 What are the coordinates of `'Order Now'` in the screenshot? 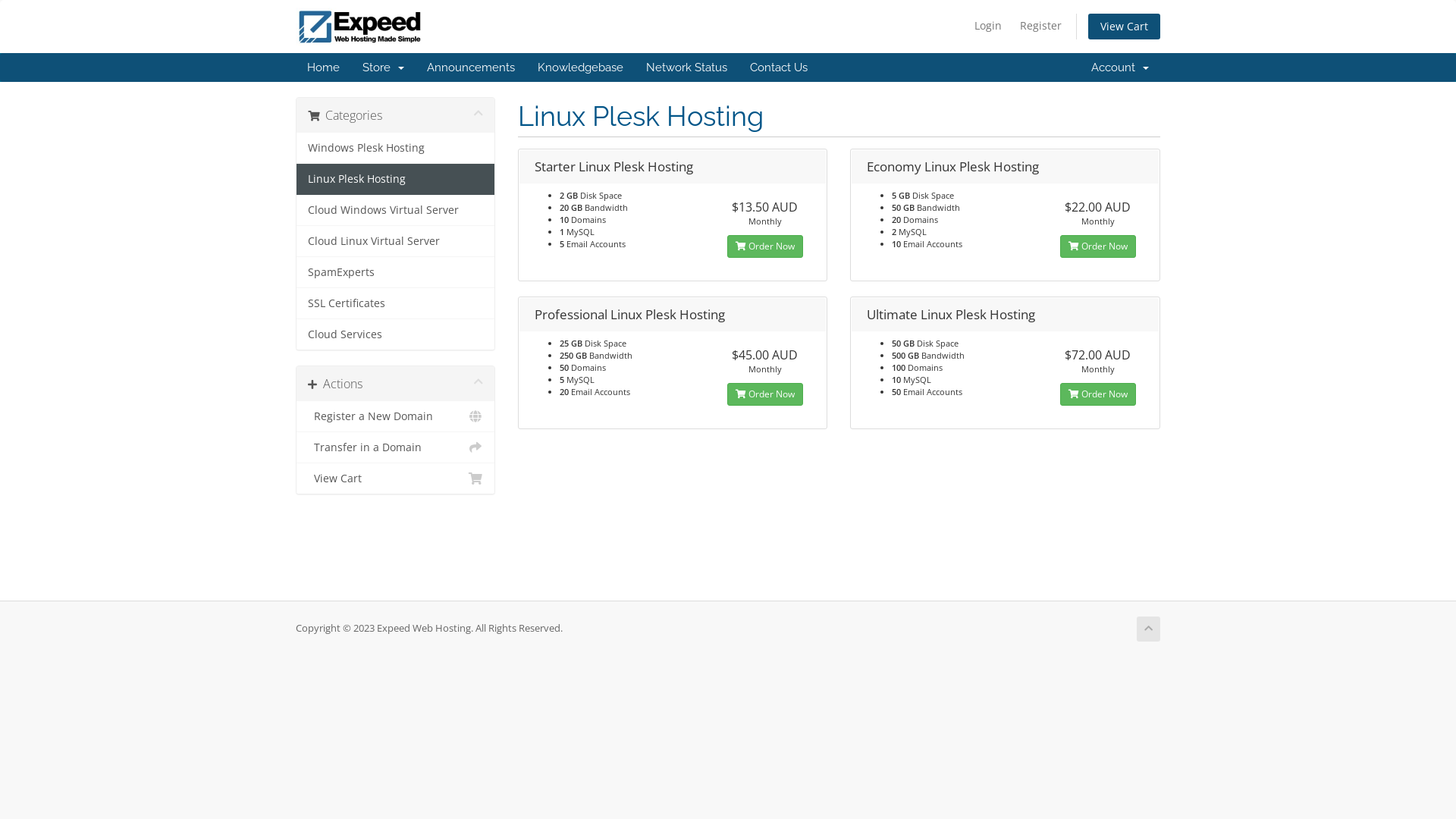 It's located at (1098, 245).